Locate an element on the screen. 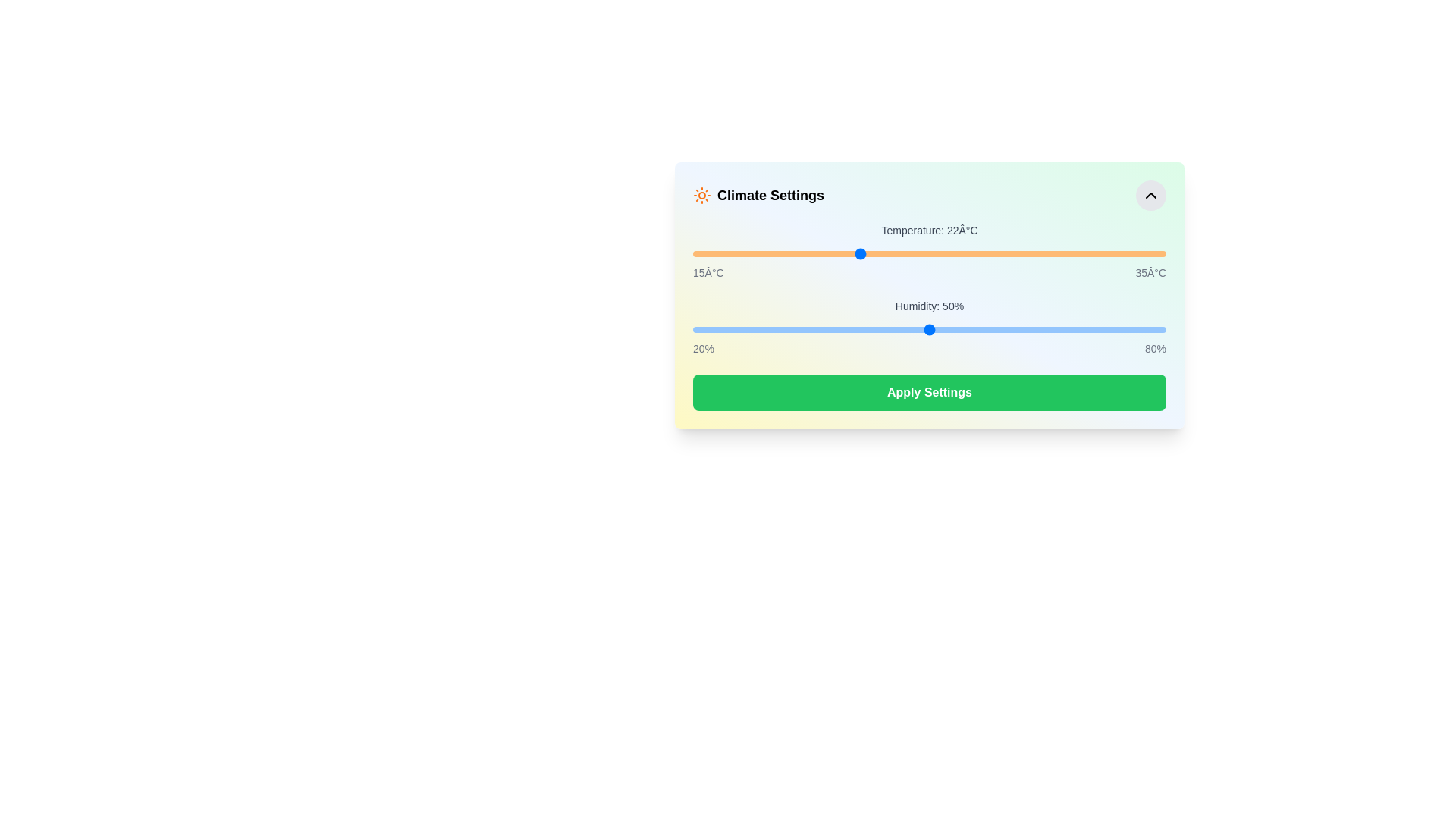  the Text Label indicating the minimum value in the temperature range selection interface, positioned at the left side of the range is located at coordinates (708, 271).